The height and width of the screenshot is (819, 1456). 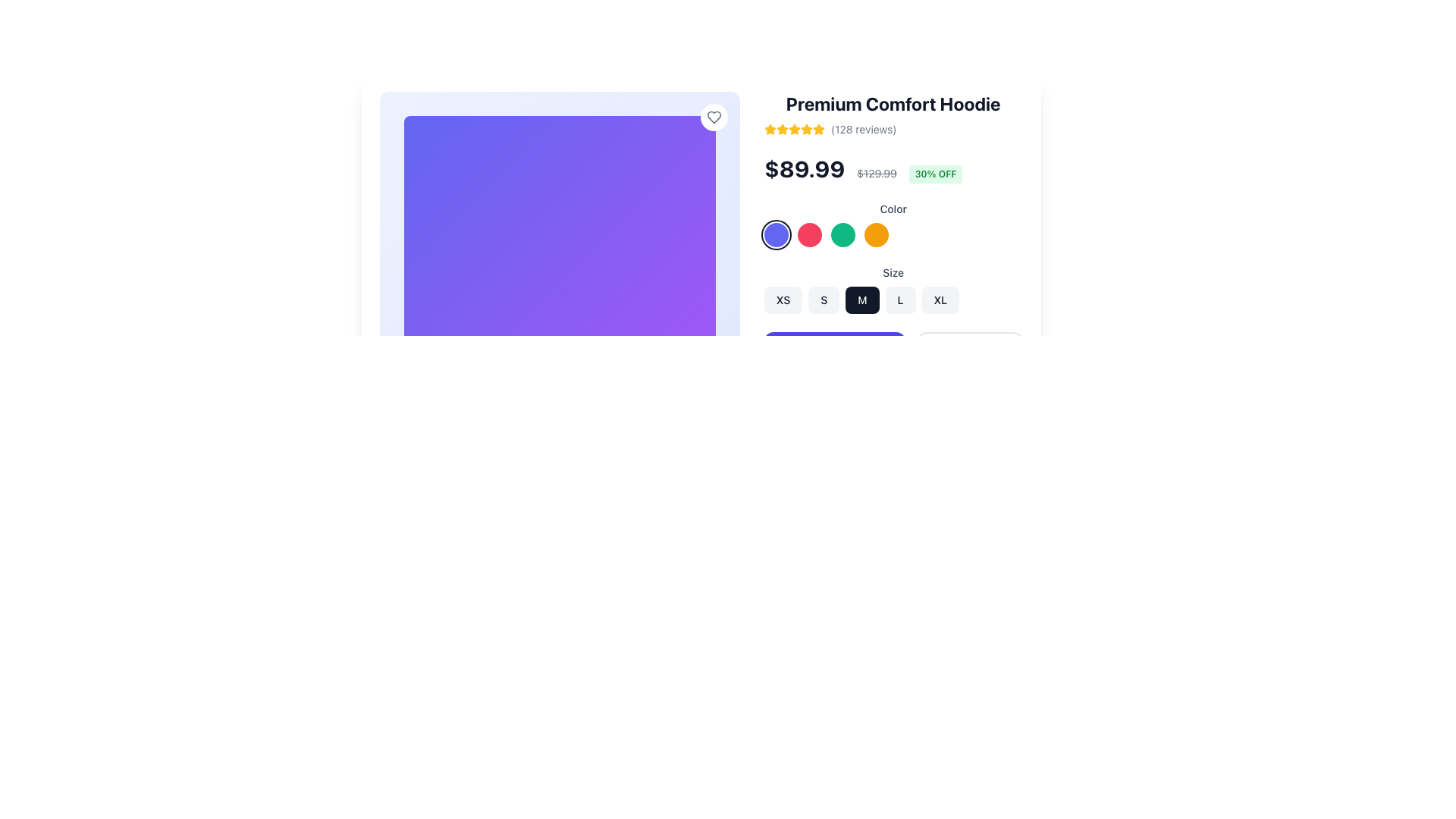 I want to click on the fifth rating star icon, so click(x=818, y=128).